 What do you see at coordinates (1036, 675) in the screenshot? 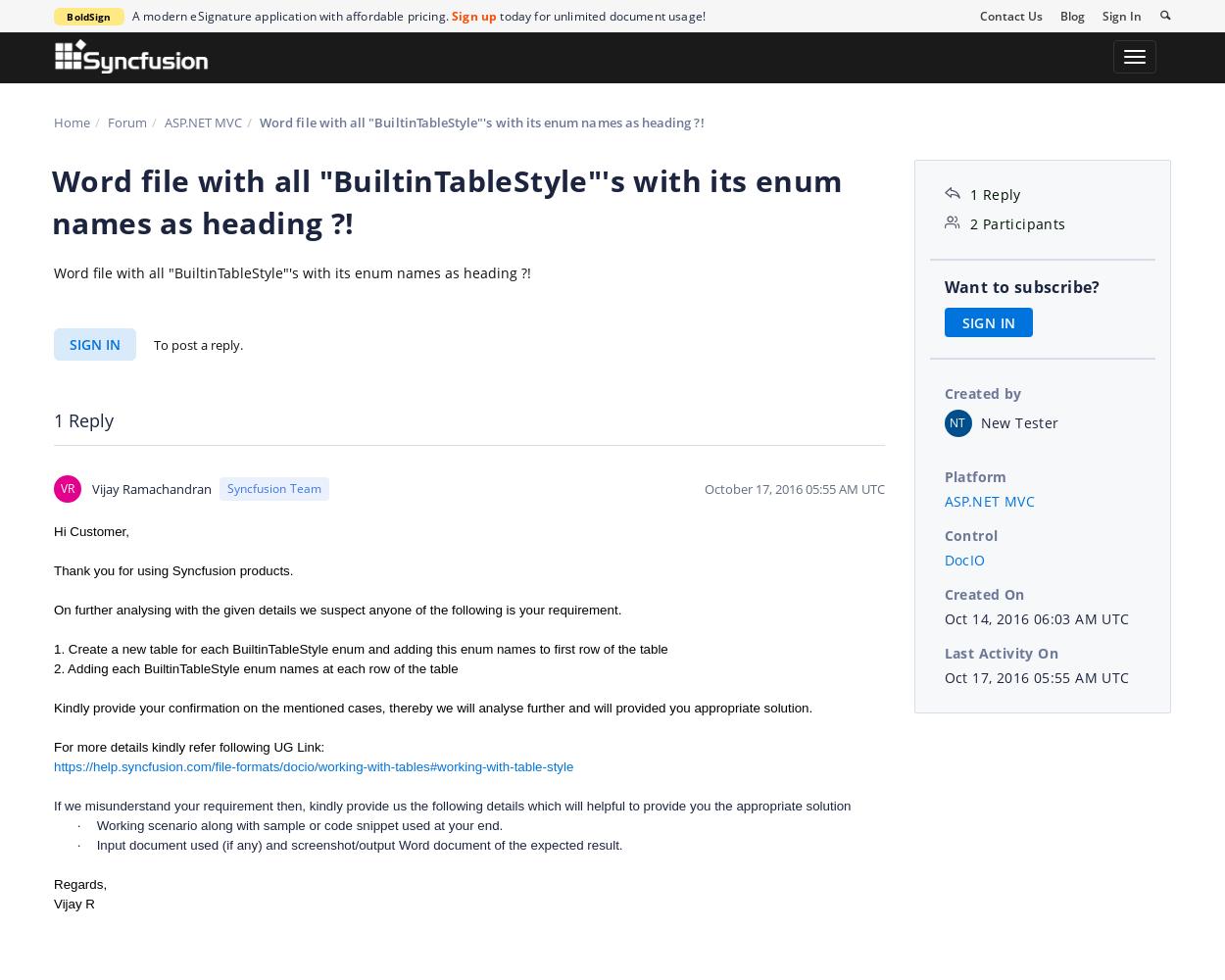
I see `'Oct 17, 2016 05:55 AM UTC'` at bounding box center [1036, 675].